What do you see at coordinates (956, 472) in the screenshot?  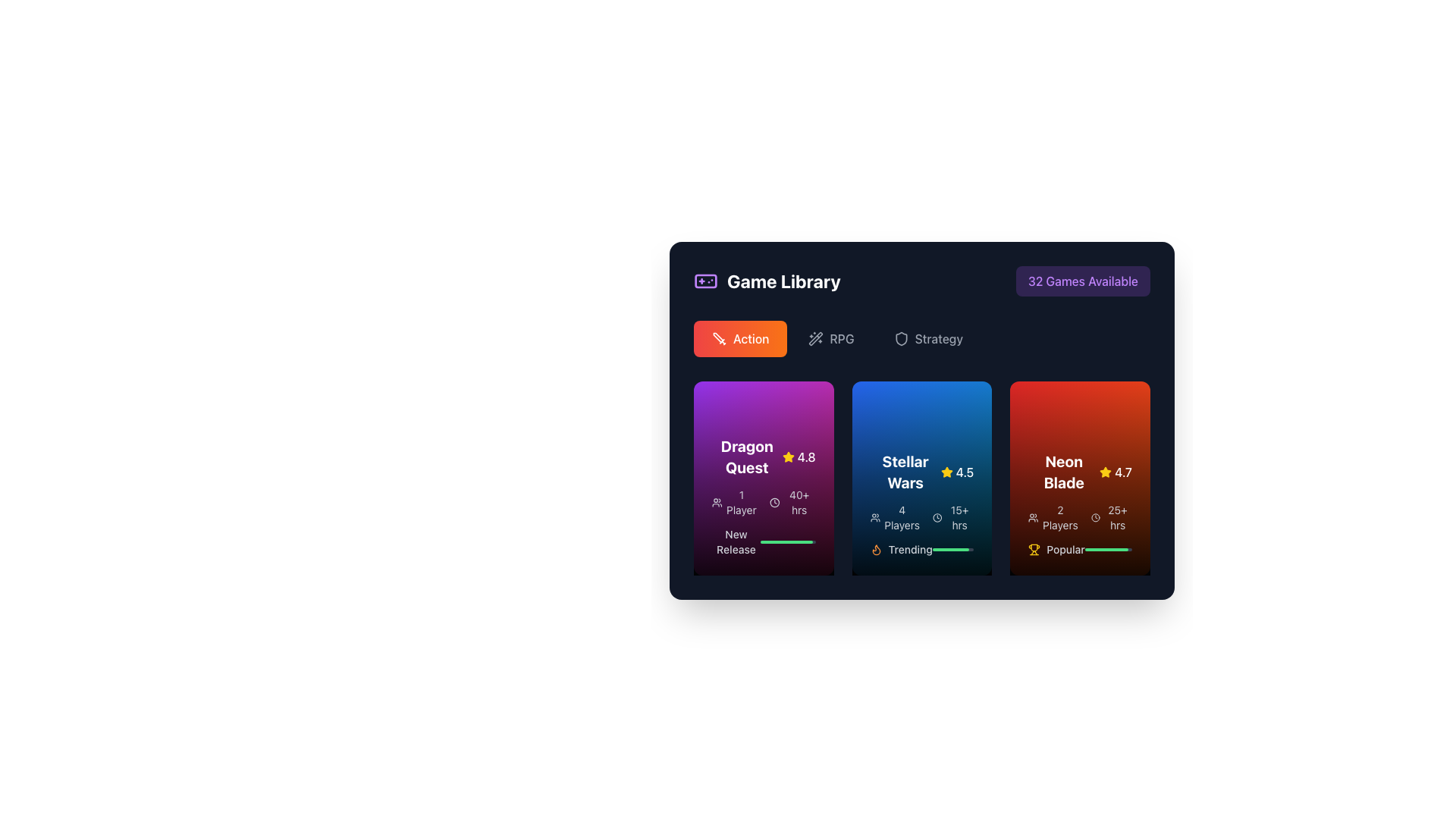 I see `the star in the Rating display component for the Stellar Wars game to provide feedback on the rating of 4.5 out of 5` at bounding box center [956, 472].